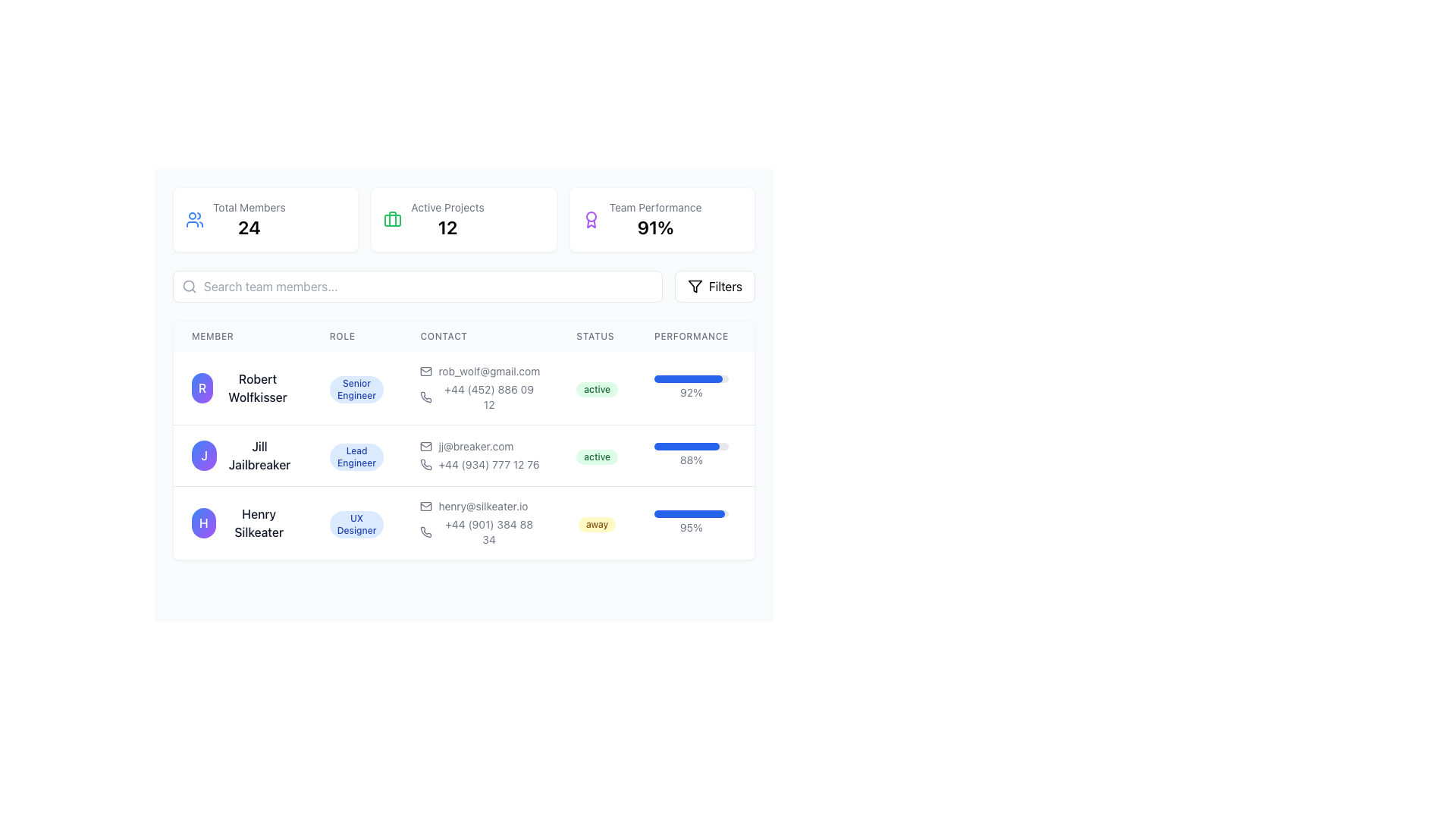  Describe the element at coordinates (479, 506) in the screenshot. I see `the static text displaying the email address 'henry@silkeater.io' related to Henry Silkeater, located in the 'Contact' column of the third row in the table` at that location.